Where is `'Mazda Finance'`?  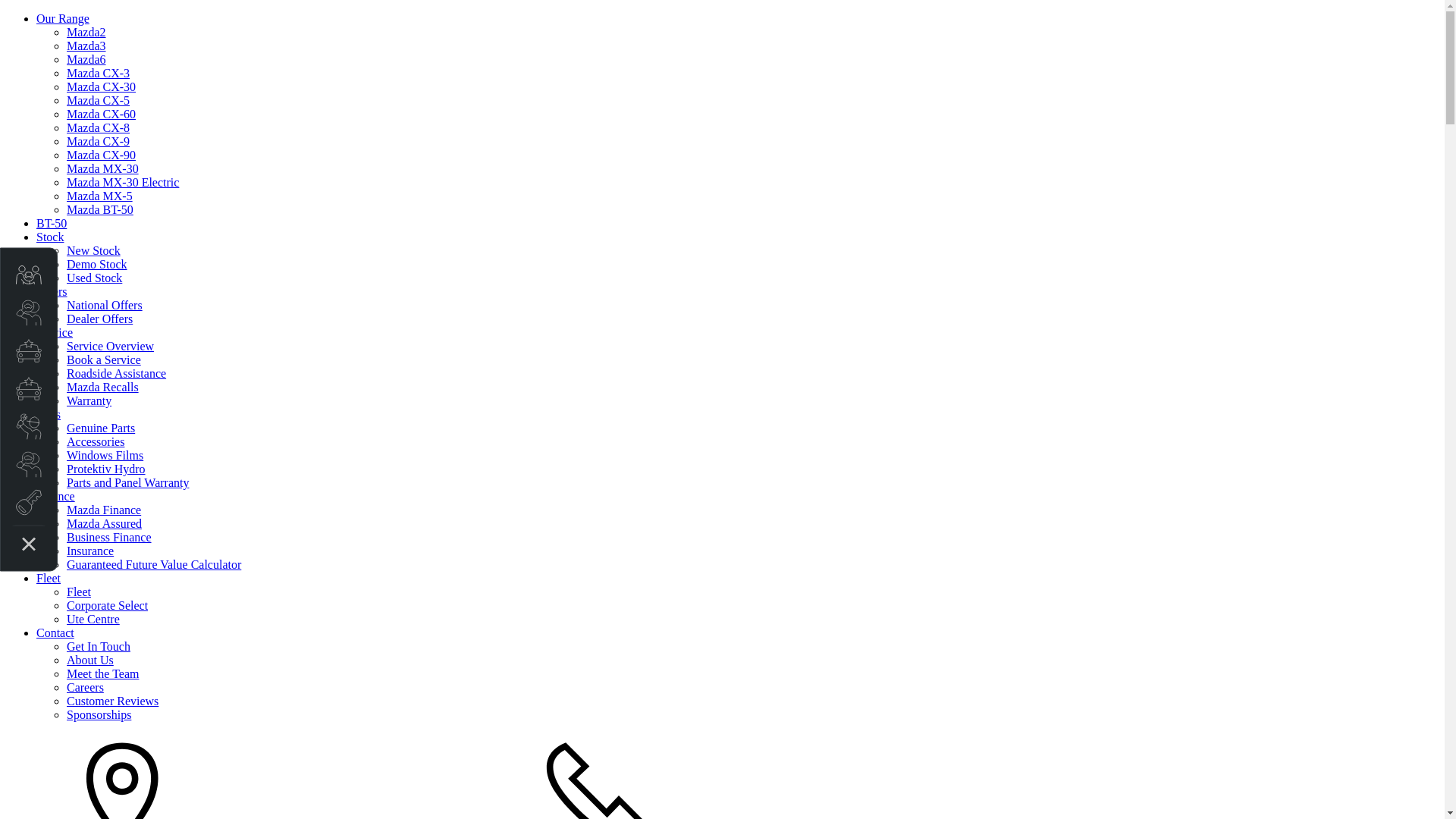
'Mazda Finance' is located at coordinates (103, 510).